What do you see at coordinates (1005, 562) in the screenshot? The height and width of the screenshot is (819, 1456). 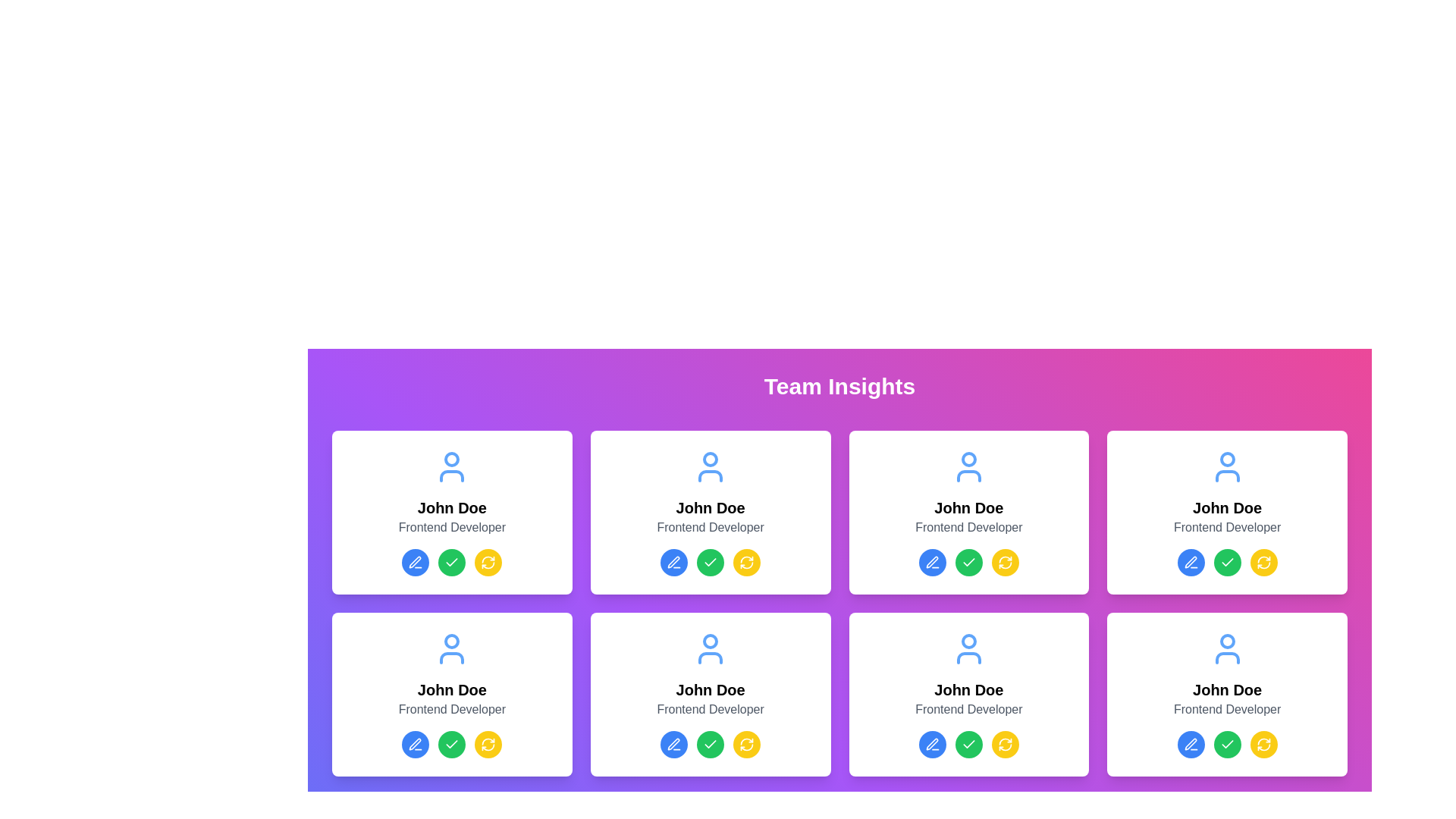 I see `the circular yellow refresh button located at the bottom-right corner of the user profile card for 'John Doe', which is adjacent to a blue pencil icon and a green checkmark icon` at bounding box center [1005, 562].